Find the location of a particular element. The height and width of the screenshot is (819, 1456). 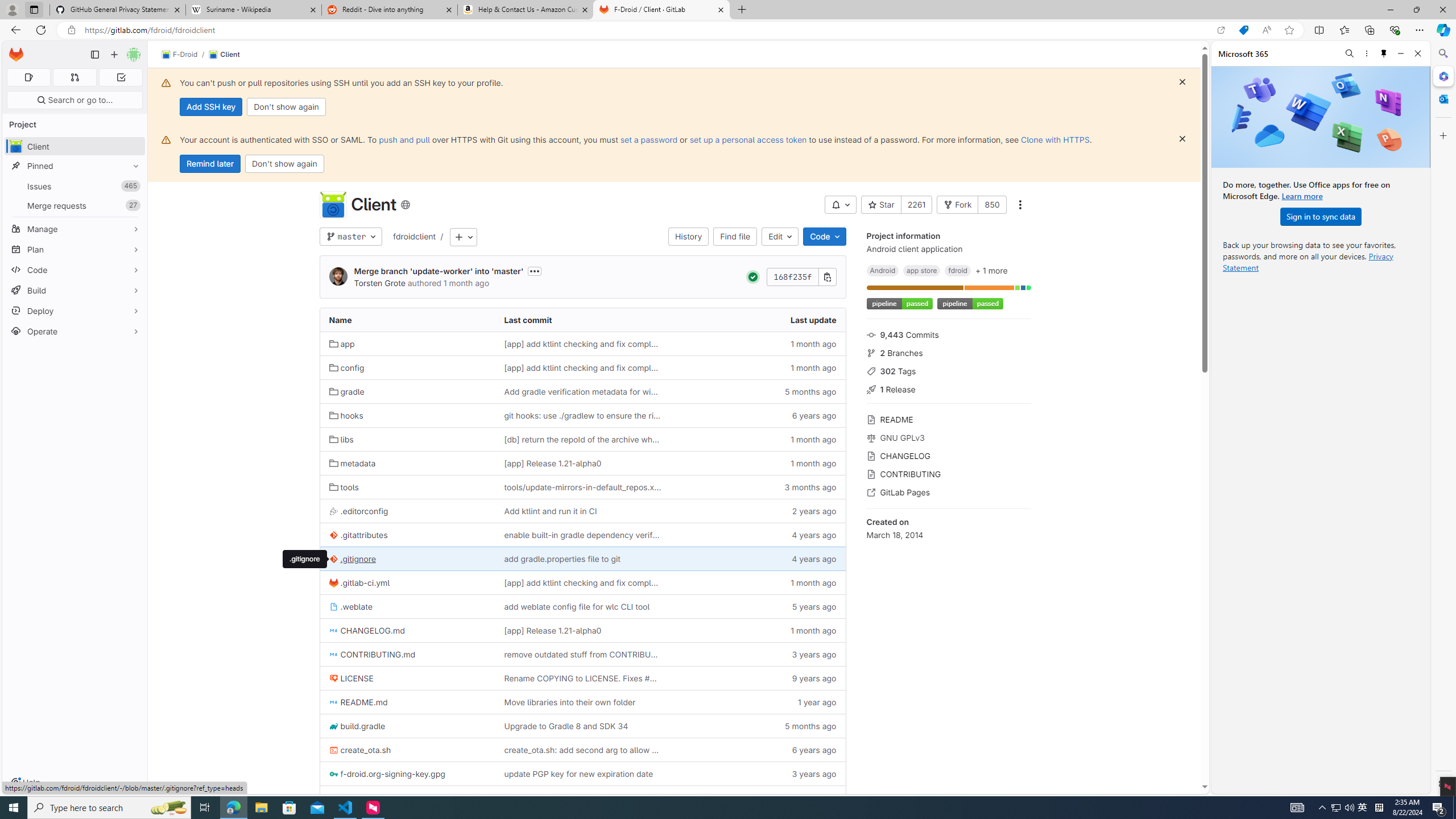

'CHANGELOG' is located at coordinates (948, 455).